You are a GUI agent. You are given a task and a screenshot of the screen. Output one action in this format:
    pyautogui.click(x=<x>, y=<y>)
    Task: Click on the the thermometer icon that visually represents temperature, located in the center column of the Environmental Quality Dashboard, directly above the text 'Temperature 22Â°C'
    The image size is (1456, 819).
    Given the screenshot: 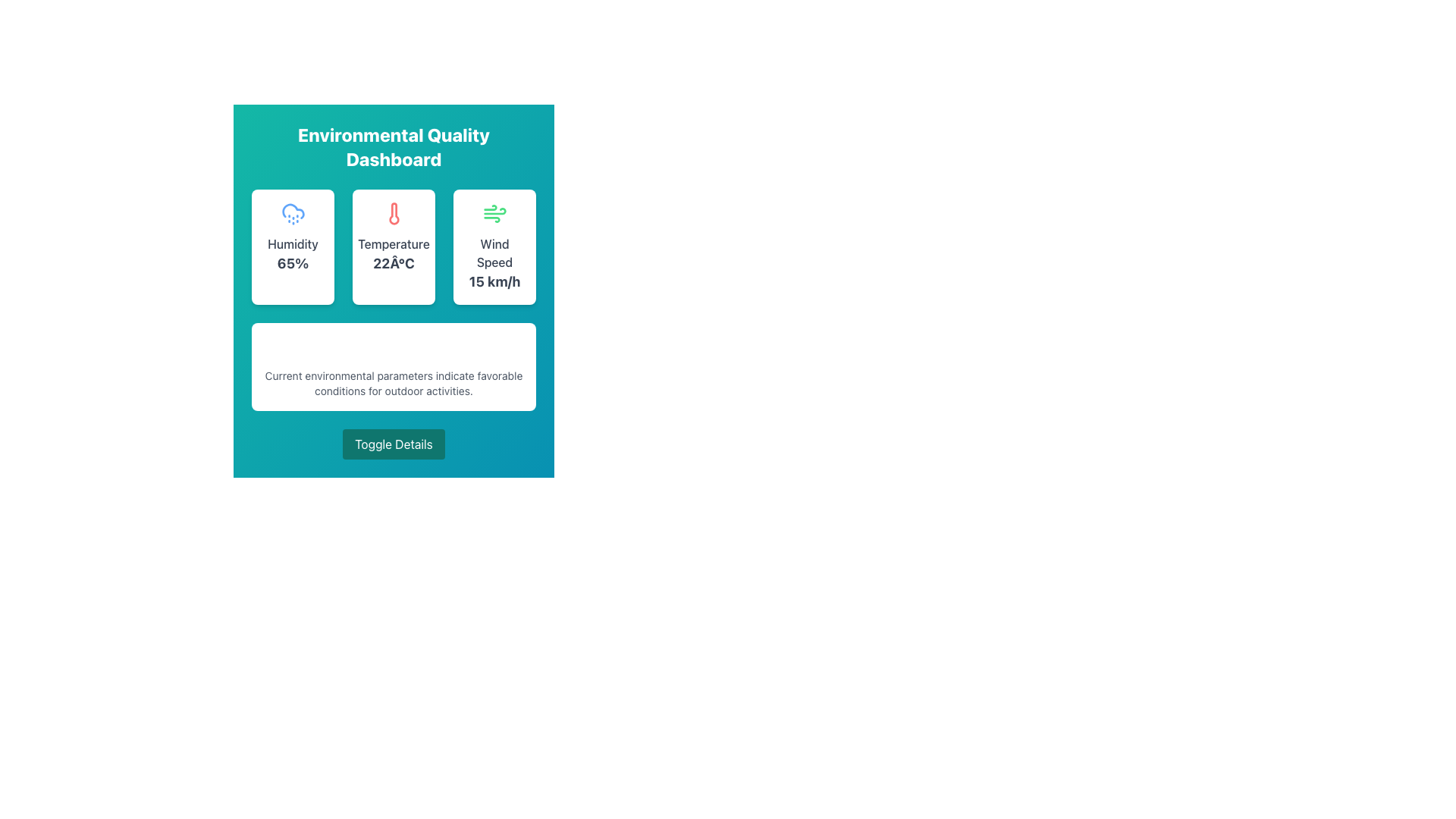 What is the action you would take?
    pyautogui.click(x=394, y=213)
    